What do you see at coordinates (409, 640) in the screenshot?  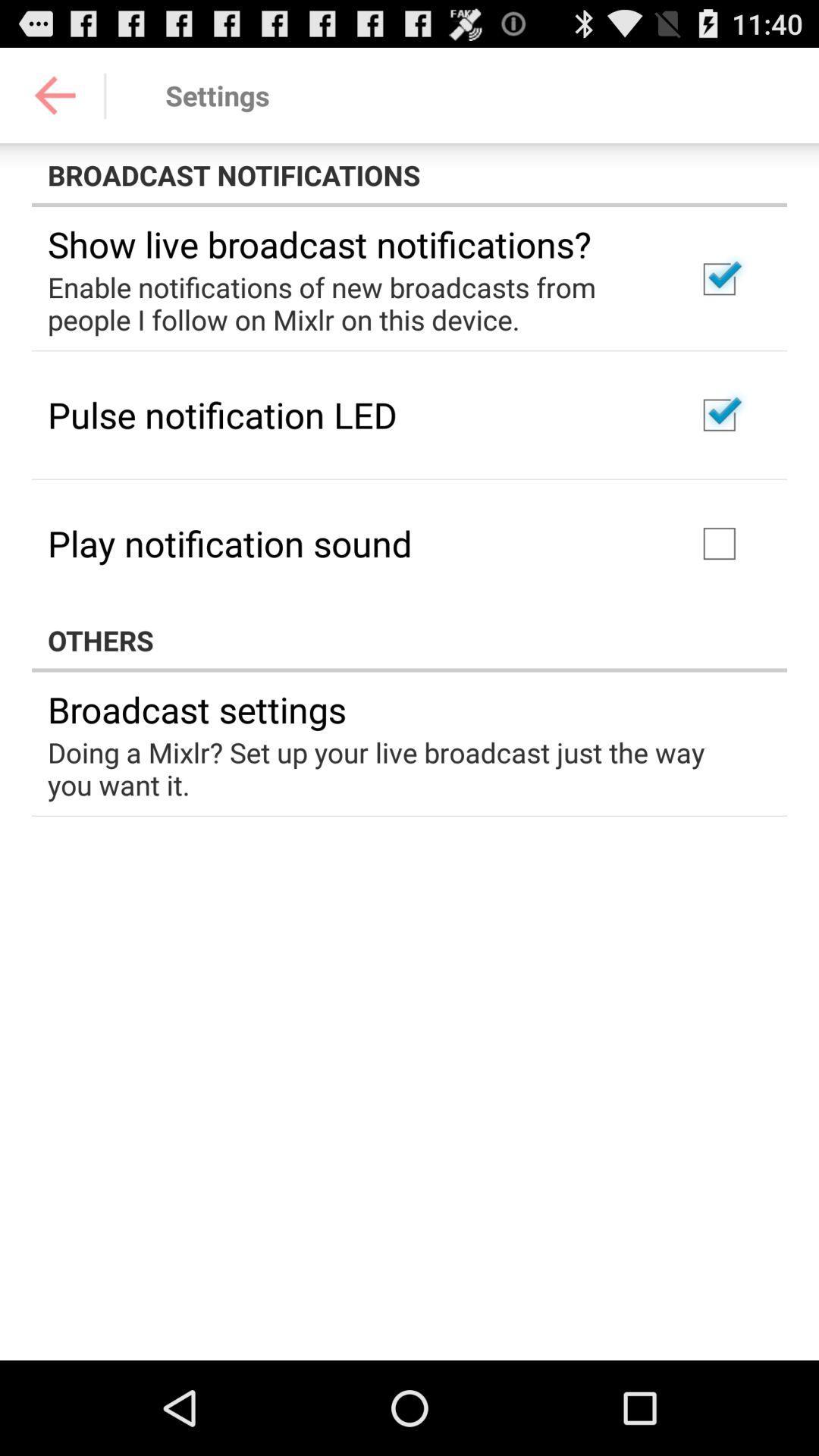 I see `the icon above the broadcast settings item` at bounding box center [409, 640].